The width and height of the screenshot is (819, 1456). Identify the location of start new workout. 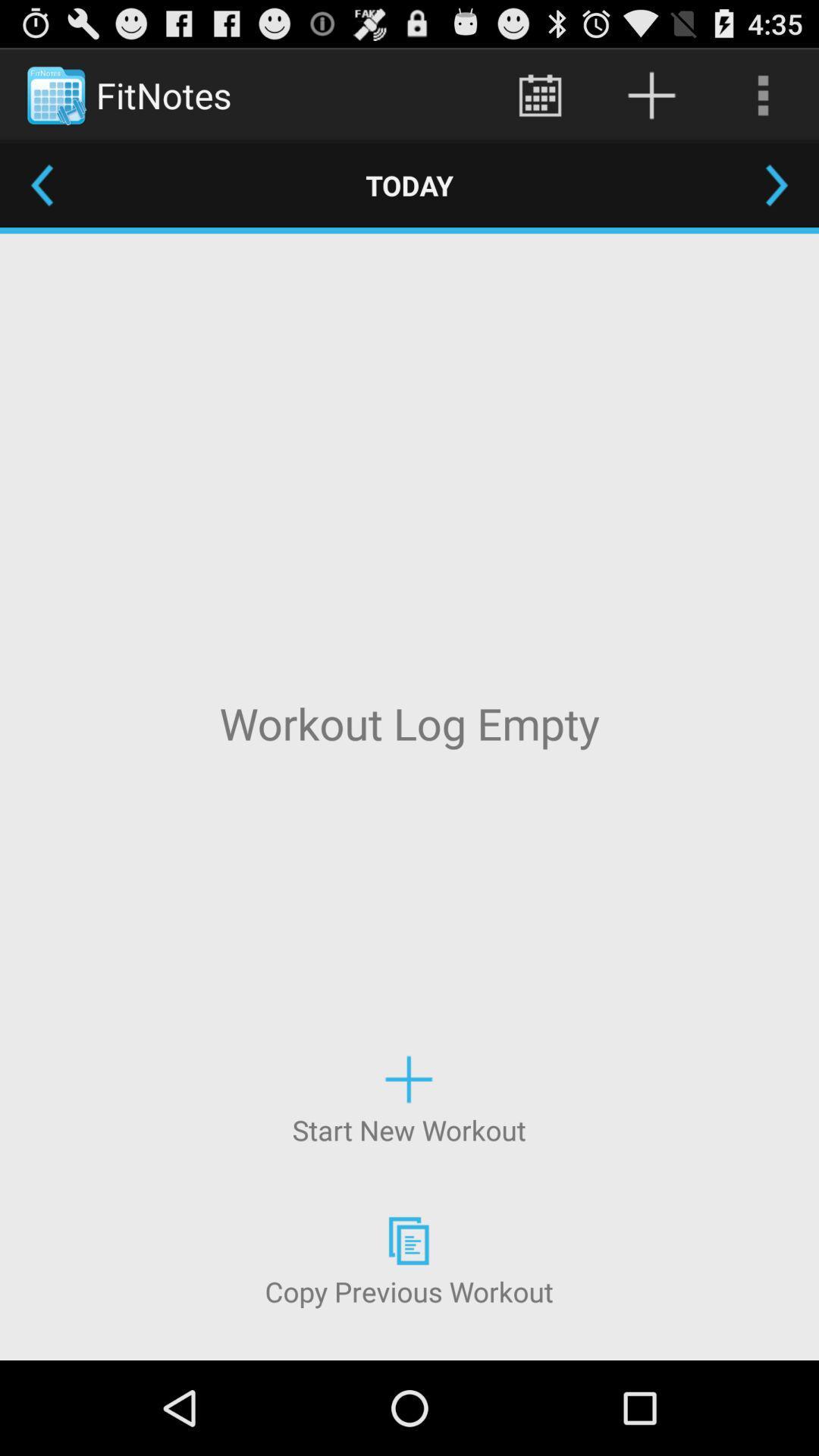
(408, 1098).